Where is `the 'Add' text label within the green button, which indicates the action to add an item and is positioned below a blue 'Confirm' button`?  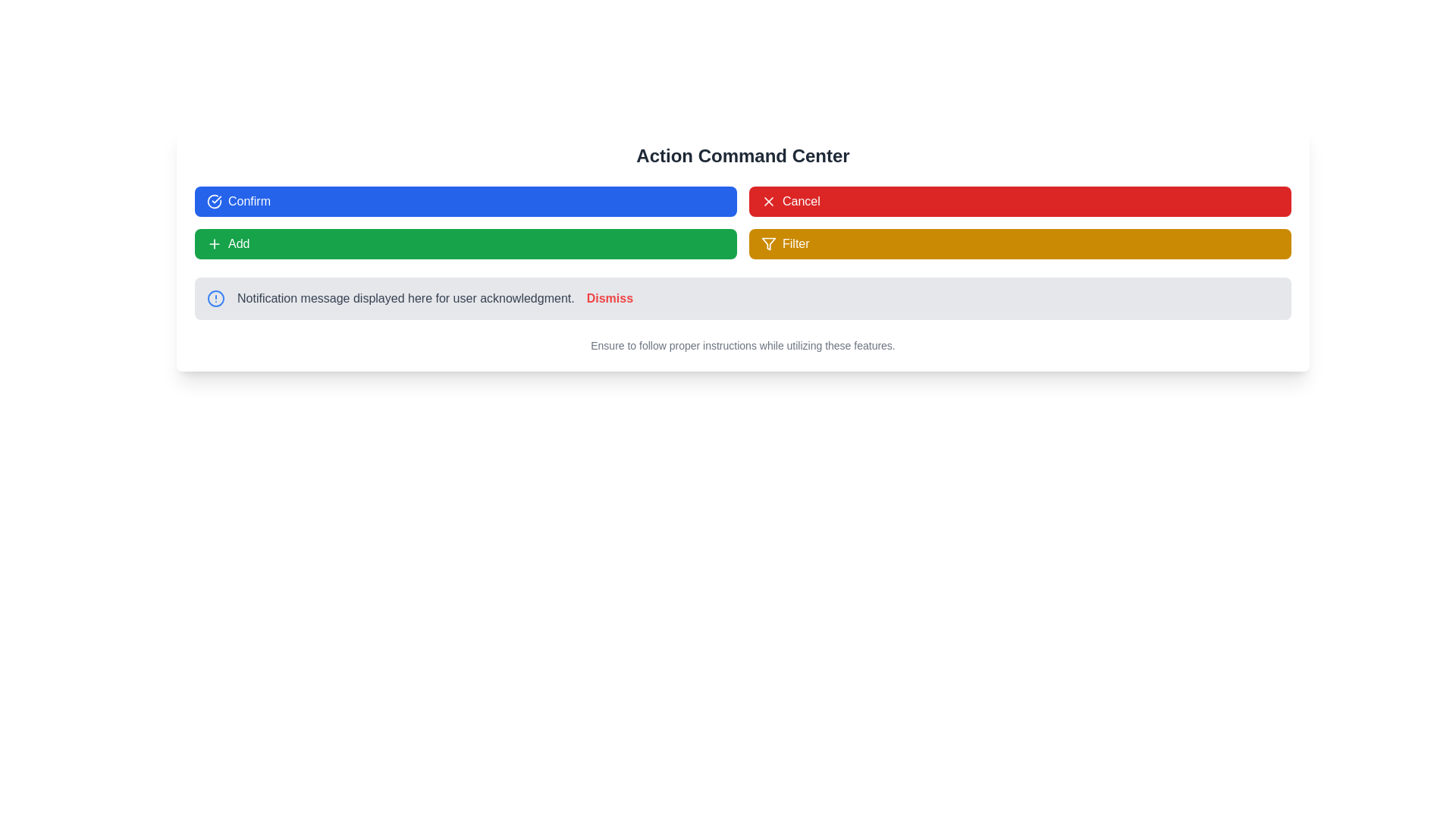
the 'Add' text label within the green button, which indicates the action to add an item and is positioned below a blue 'Confirm' button is located at coordinates (238, 243).